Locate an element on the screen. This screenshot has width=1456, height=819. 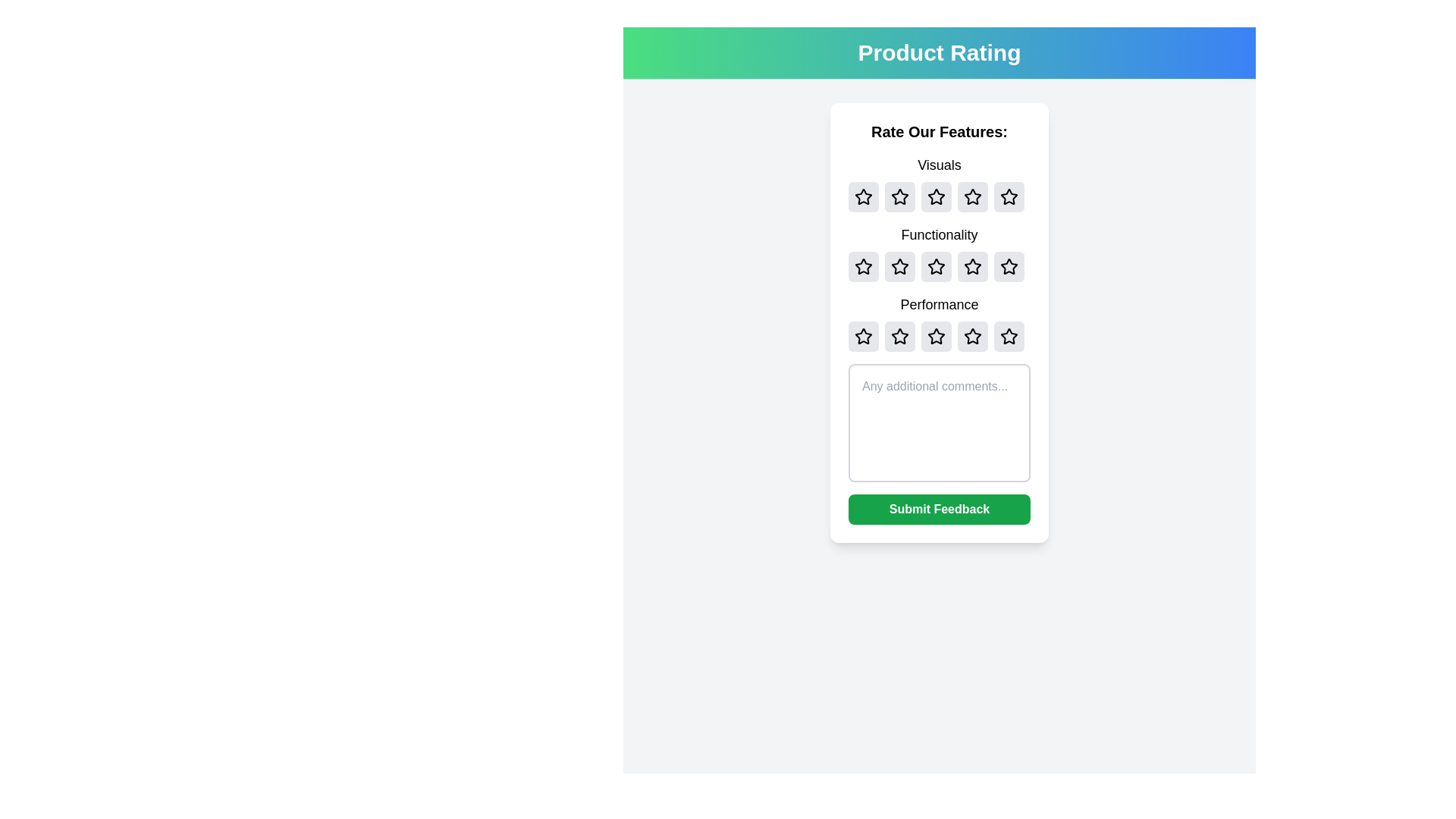
the third star in the star rating system under the 'Functionality' category is located at coordinates (972, 265).